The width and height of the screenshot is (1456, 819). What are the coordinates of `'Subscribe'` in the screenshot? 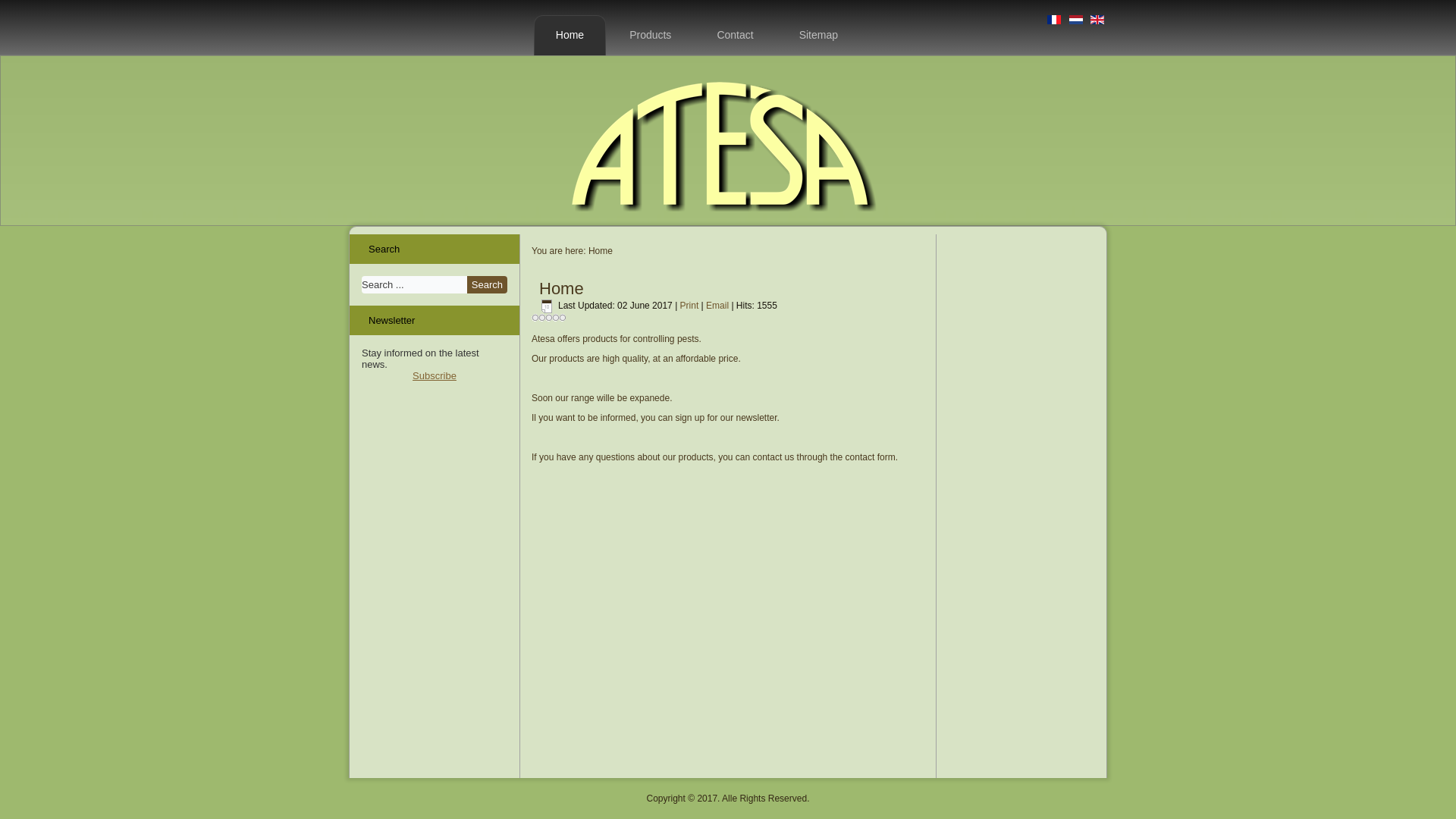 It's located at (433, 375).